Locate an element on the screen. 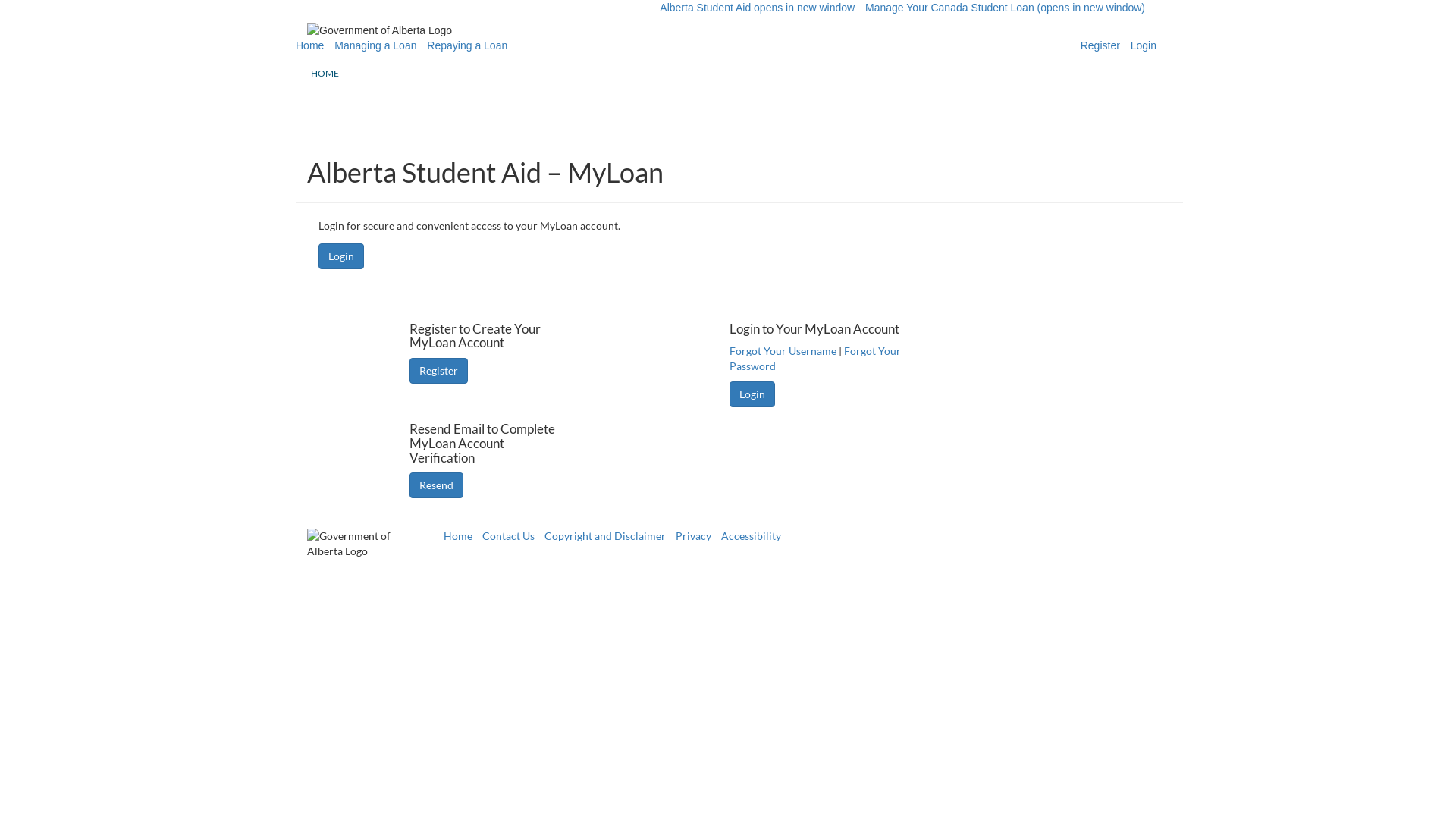 This screenshot has width=1456, height=819. 'Contact Us' is located at coordinates (481, 535).